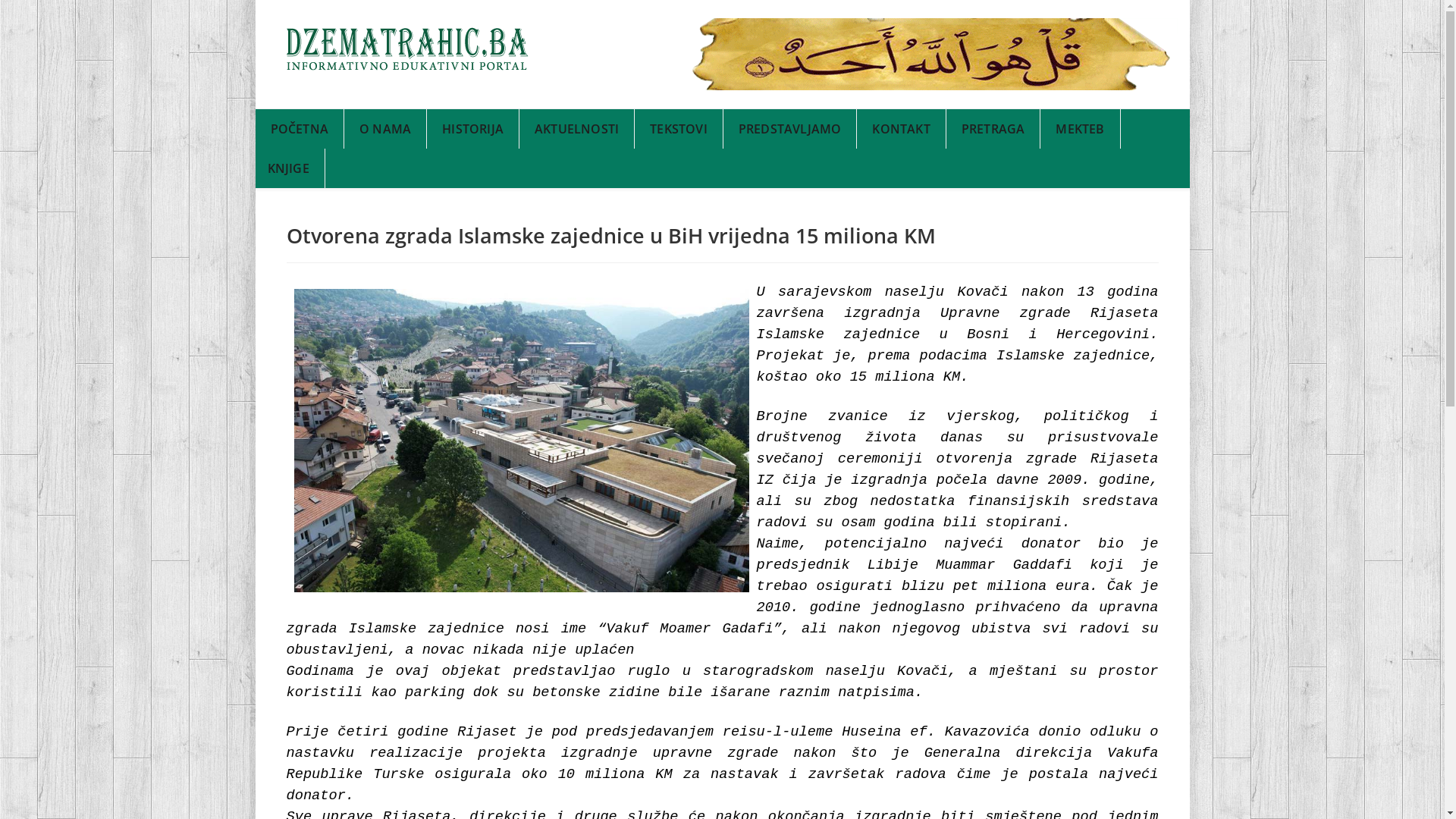  I want to click on 'PRETRAGA', so click(993, 127).